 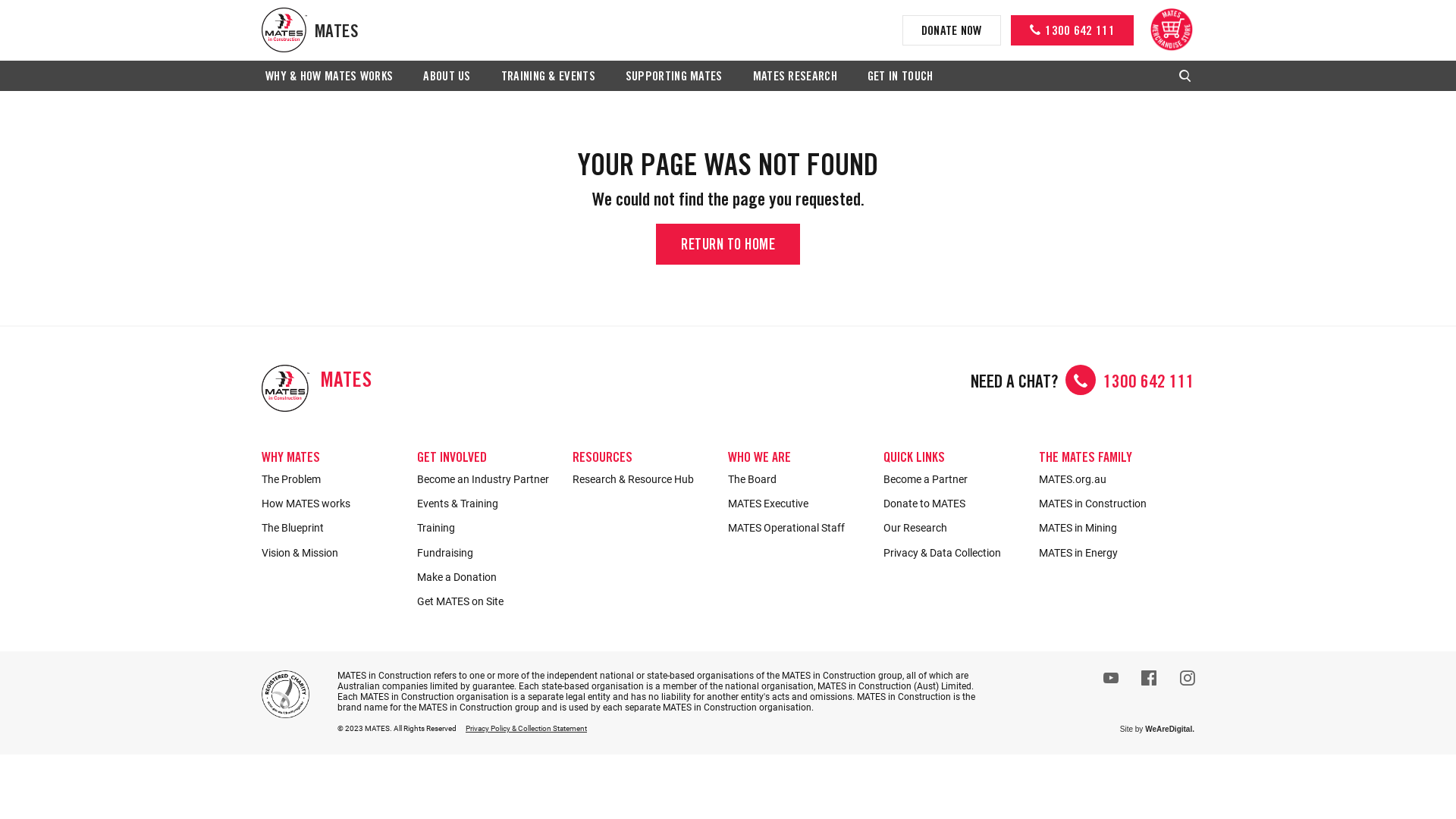 What do you see at coordinates (952, 526) in the screenshot?
I see `'Our Research'` at bounding box center [952, 526].